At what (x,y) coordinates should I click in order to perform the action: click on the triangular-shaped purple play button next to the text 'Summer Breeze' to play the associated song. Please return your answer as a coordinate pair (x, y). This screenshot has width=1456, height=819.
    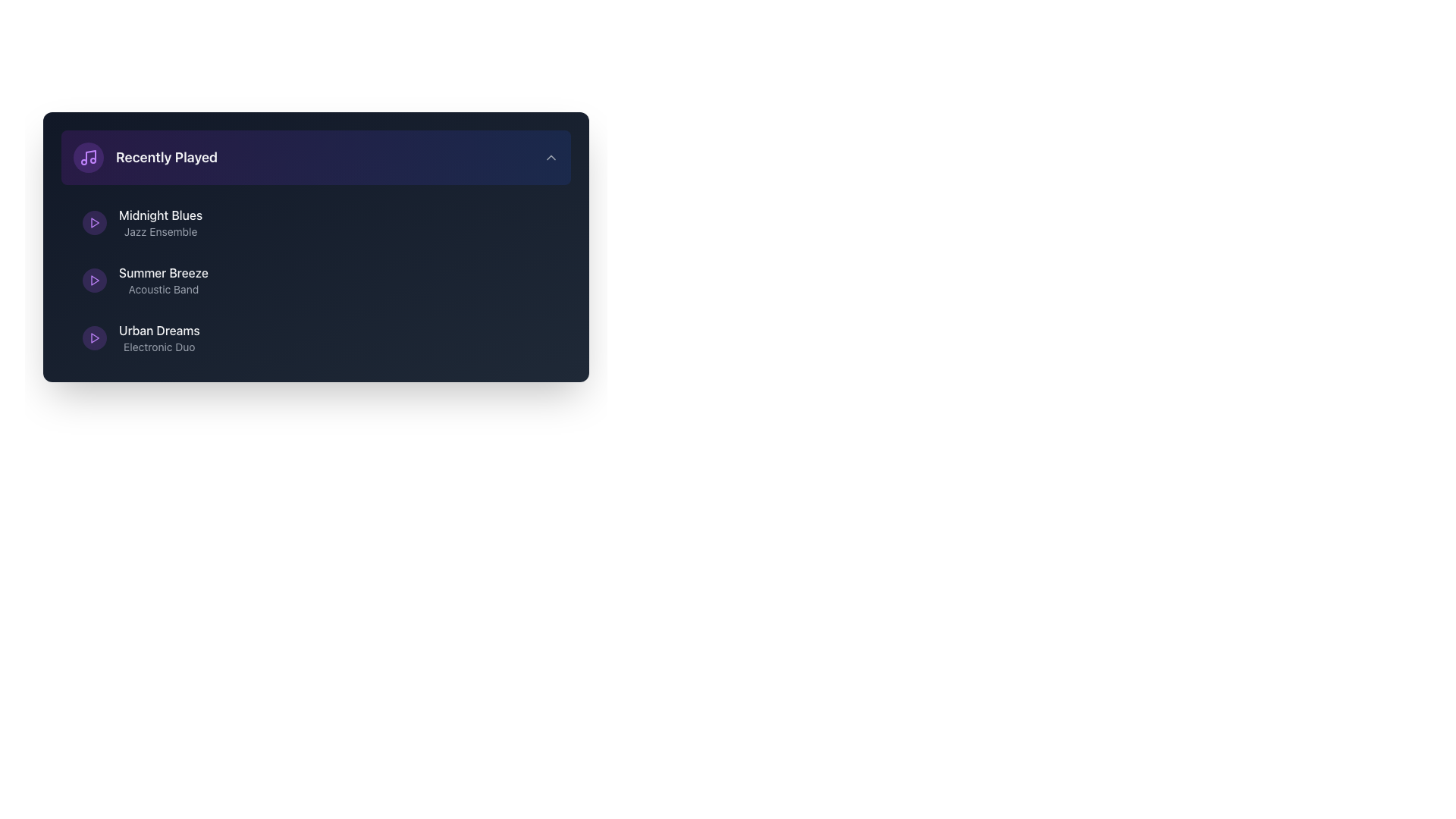
    Looking at the image, I should click on (94, 281).